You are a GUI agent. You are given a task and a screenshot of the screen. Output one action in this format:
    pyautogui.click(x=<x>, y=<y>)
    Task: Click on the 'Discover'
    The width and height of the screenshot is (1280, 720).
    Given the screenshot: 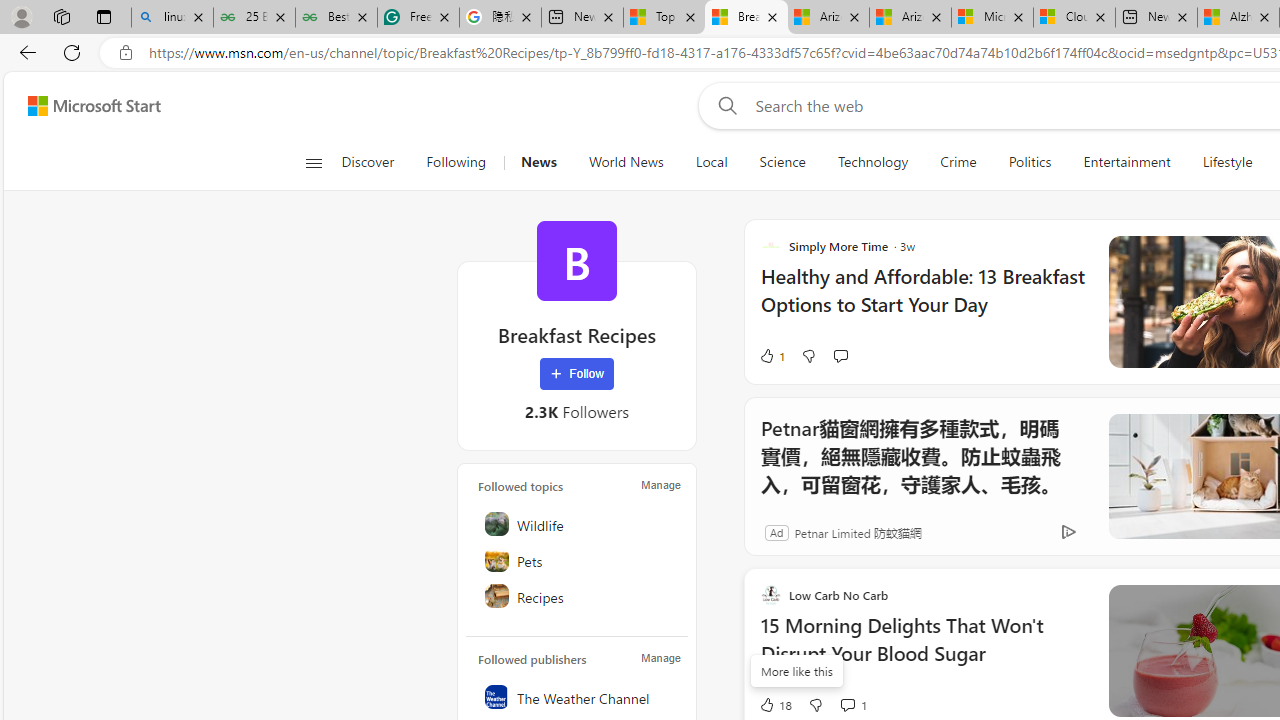 What is the action you would take?
    pyautogui.click(x=368, y=162)
    